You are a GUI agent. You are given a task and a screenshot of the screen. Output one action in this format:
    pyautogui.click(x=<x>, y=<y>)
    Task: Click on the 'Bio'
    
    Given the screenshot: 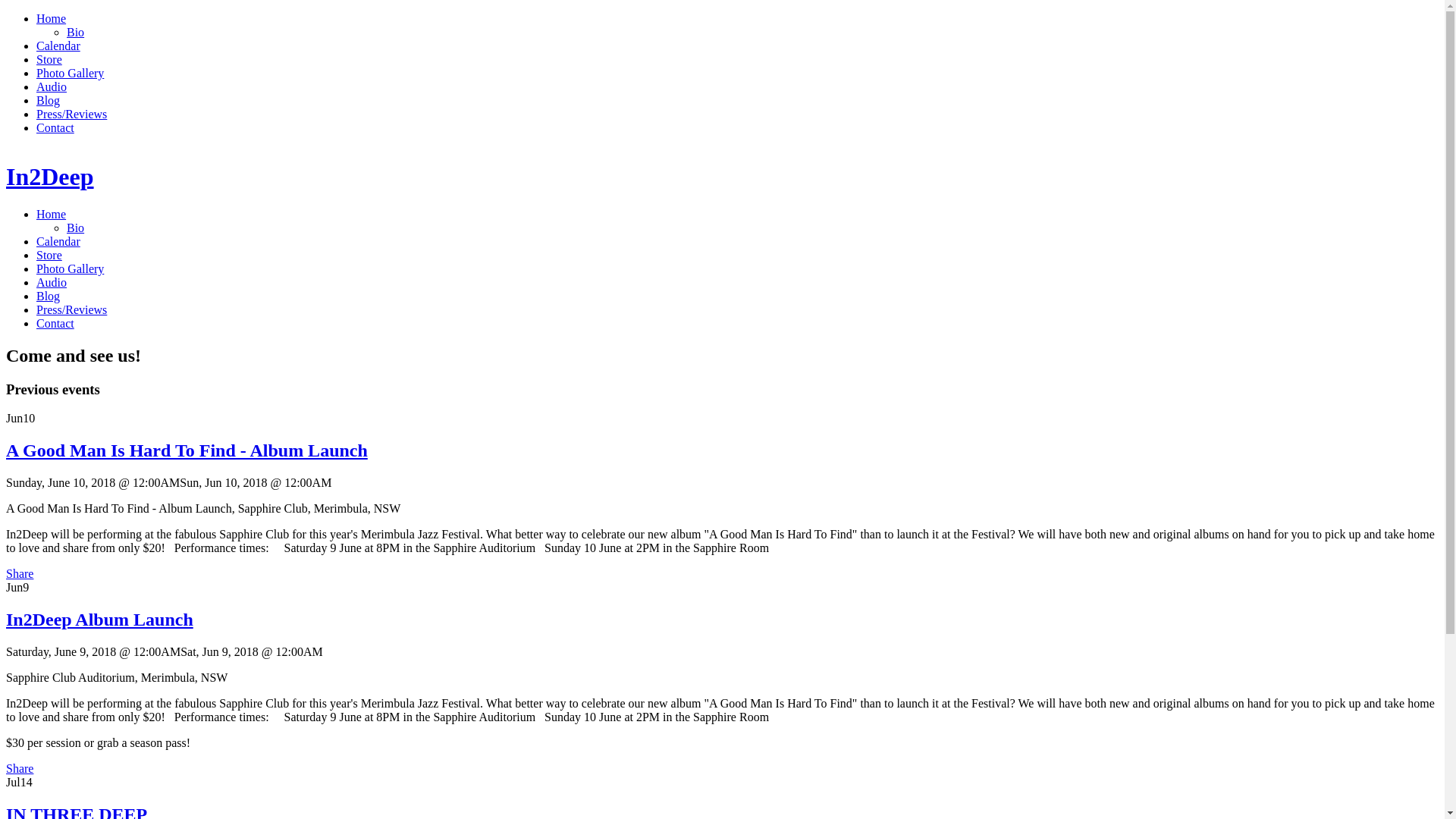 What is the action you would take?
    pyautogui.click(x=74, y=227)
    